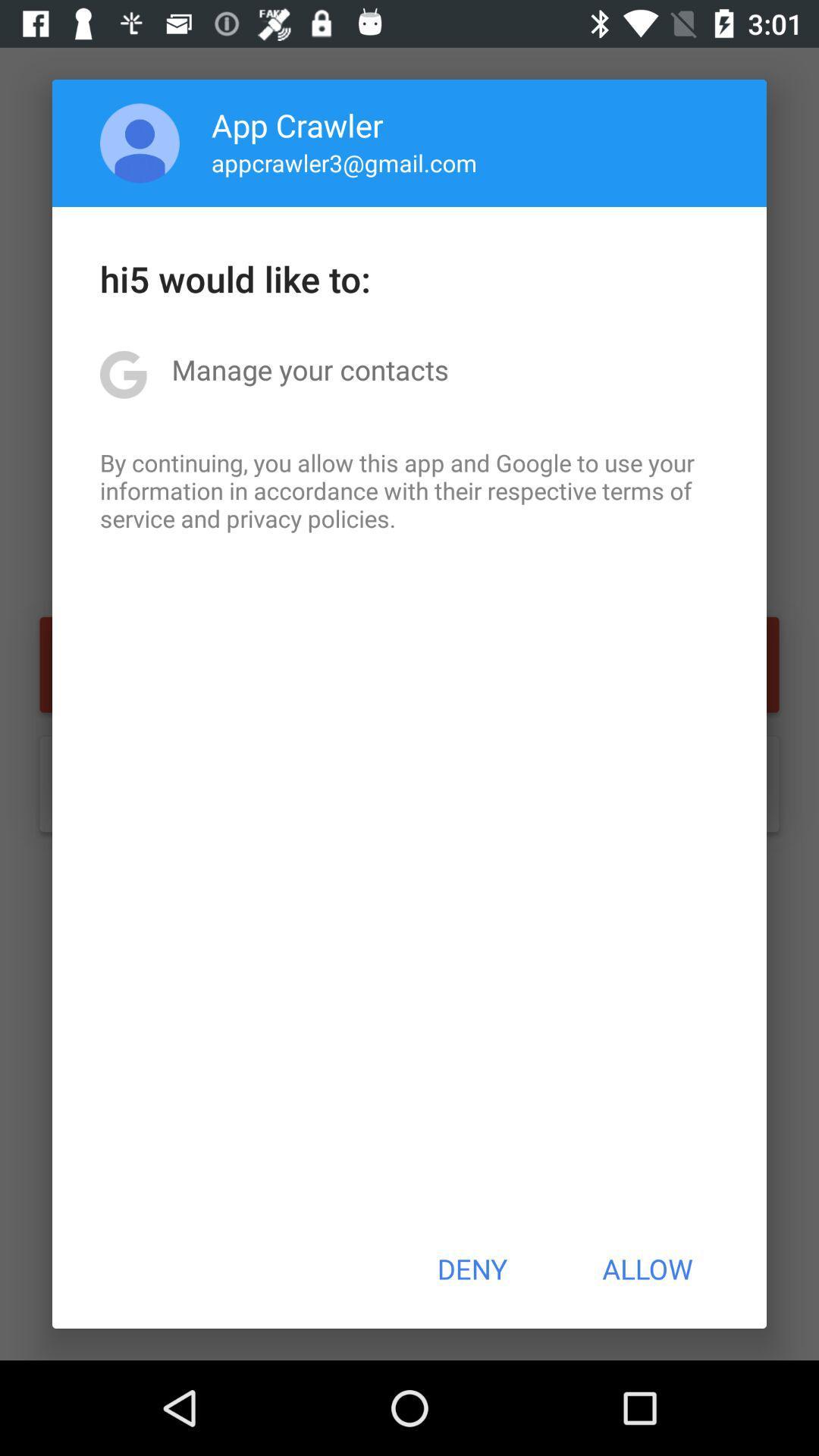 The width and height of the screenshot is (819, 1456). I want to click on the icon below by continuing you item, so click(471, 1269).